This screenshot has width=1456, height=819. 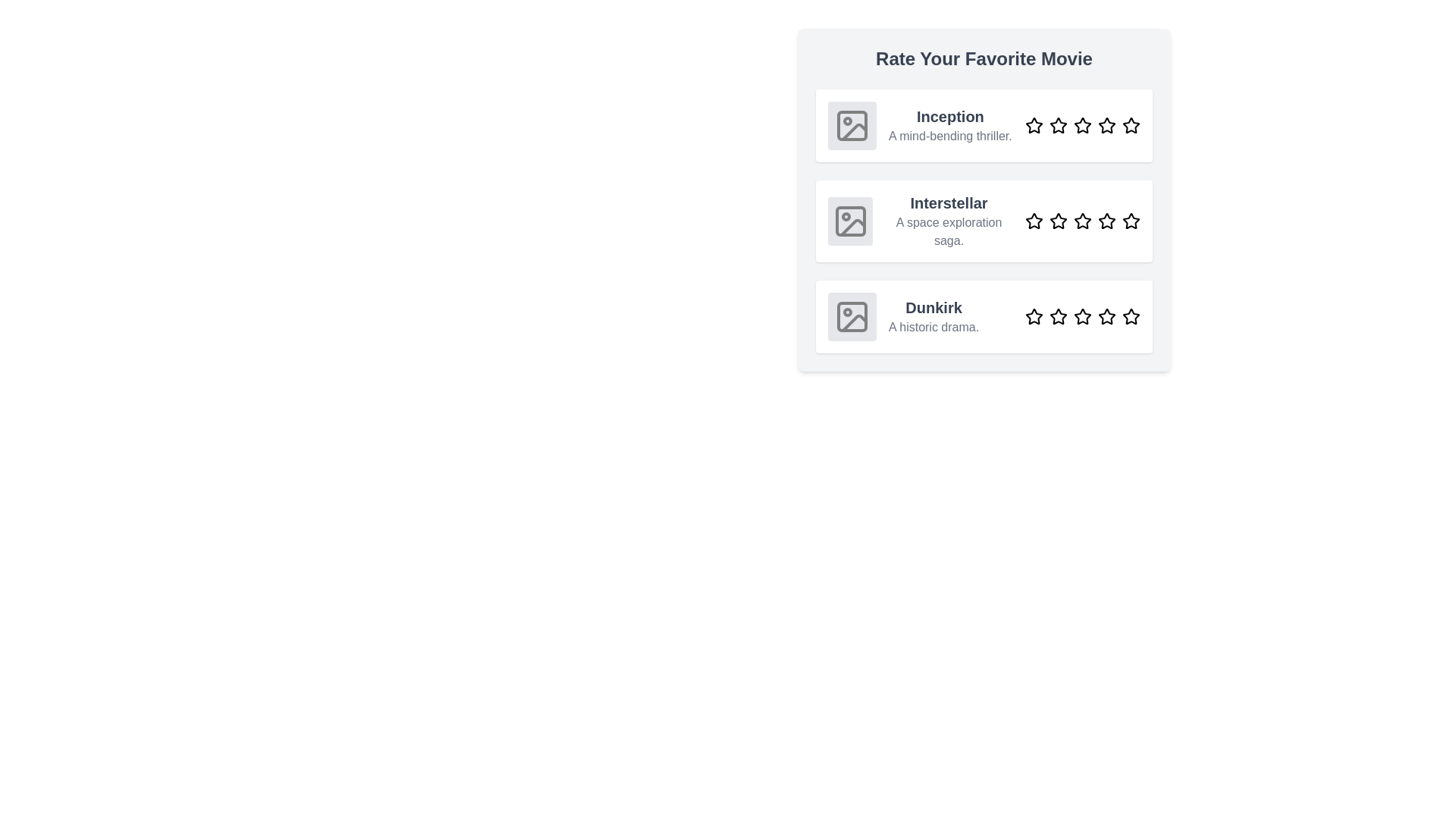 I want to click on the Image Placeholder associated with the movie 'Interstellar', which is located as the leftmost component in the second row below the header, so click(x=850, y=221).